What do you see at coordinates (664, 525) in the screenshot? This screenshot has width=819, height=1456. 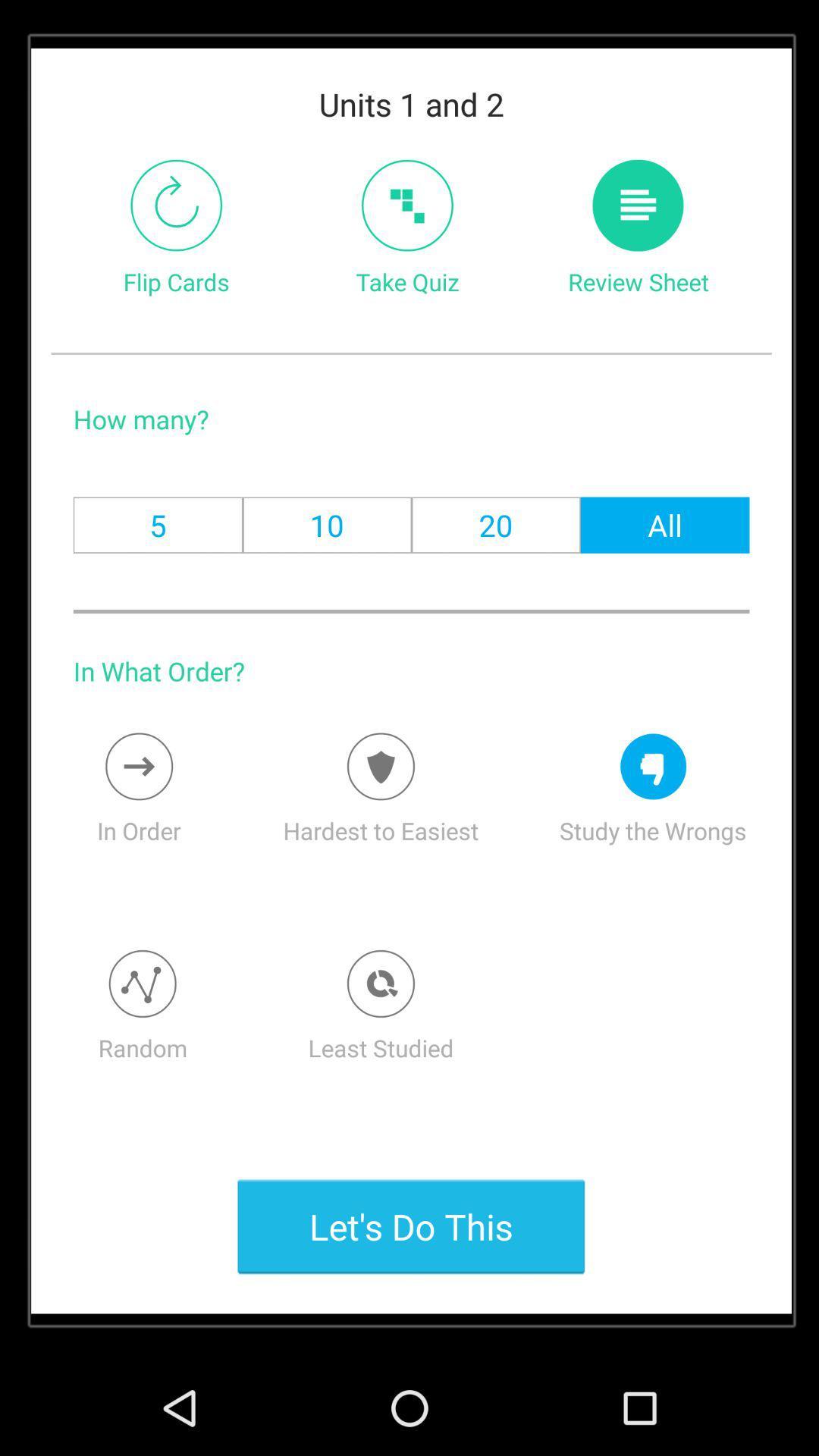 I see `item to the right of the 20 item` at bounding box center [664, 525].